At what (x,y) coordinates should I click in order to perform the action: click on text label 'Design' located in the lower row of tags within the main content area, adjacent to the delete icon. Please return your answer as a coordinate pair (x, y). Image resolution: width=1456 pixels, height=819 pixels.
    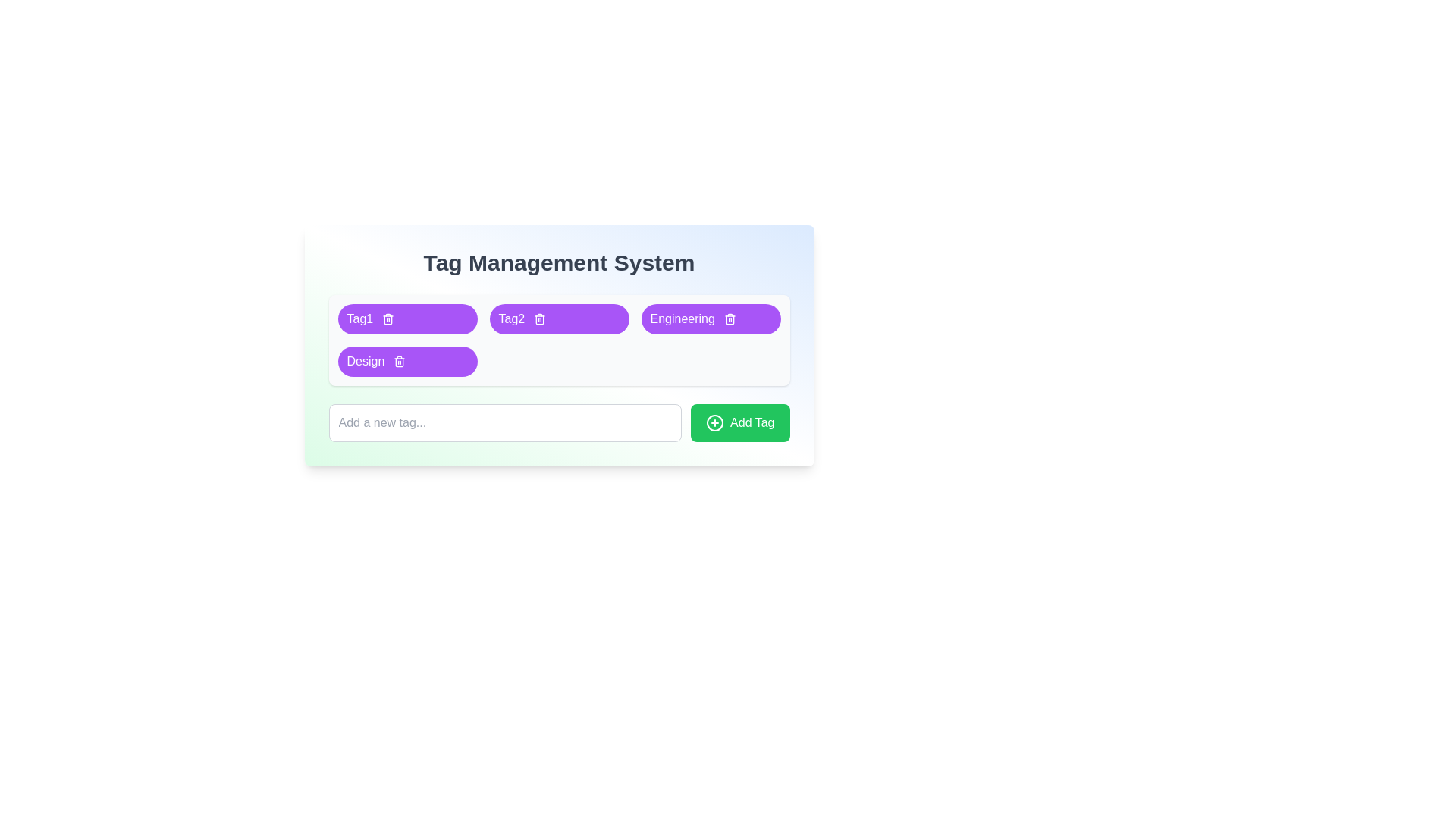
    Looking at the image, I should click on (366, 362).